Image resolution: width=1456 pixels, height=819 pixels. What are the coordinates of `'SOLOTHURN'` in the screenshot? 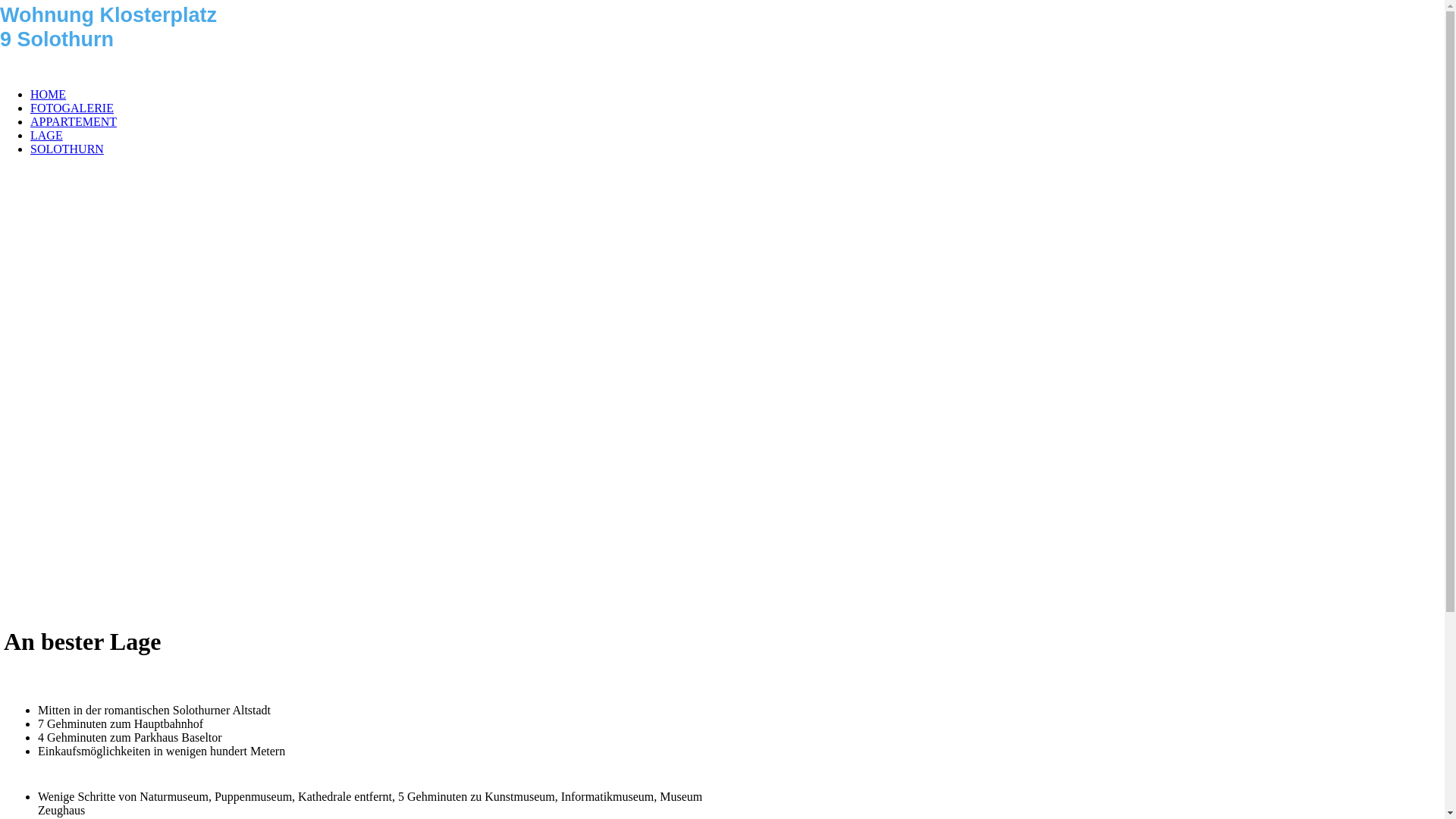 It's located at (66, 149).